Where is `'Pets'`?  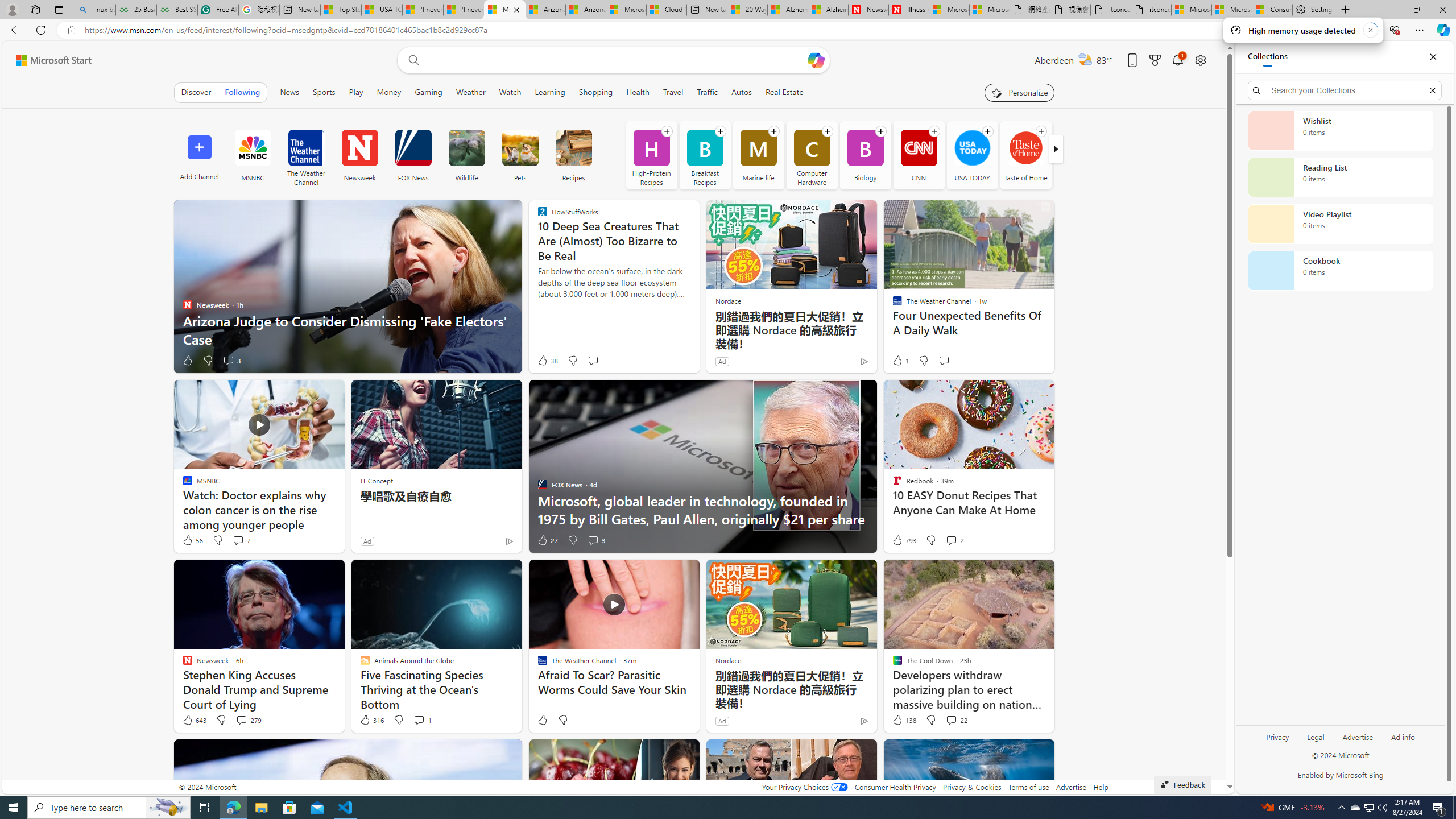
'Pets' is located at coordinates (519, 154).